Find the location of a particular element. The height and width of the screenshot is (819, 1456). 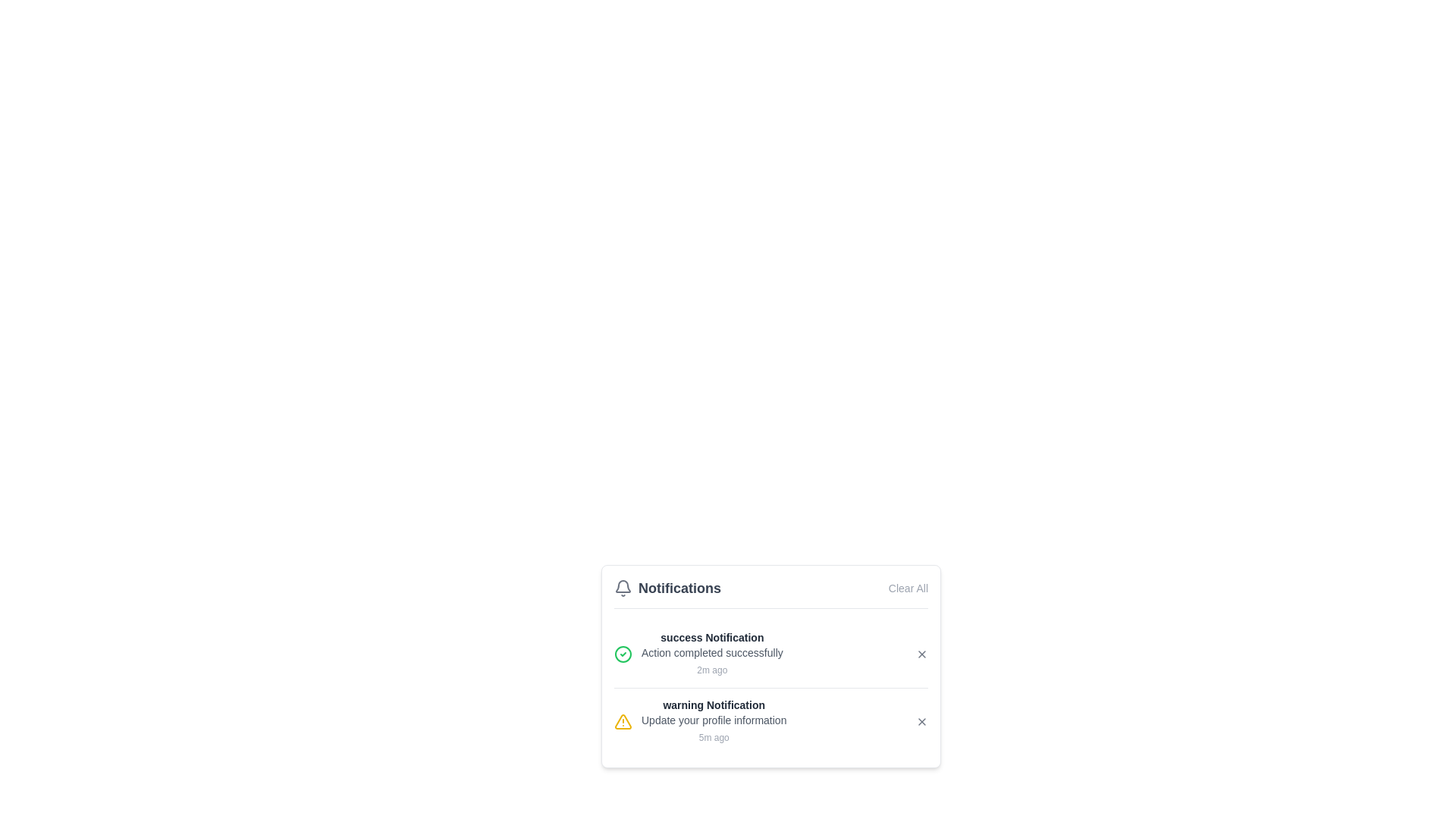

the green-bordered circular graphical ornament within the success Notification icon is located at coordinates (623, 654).